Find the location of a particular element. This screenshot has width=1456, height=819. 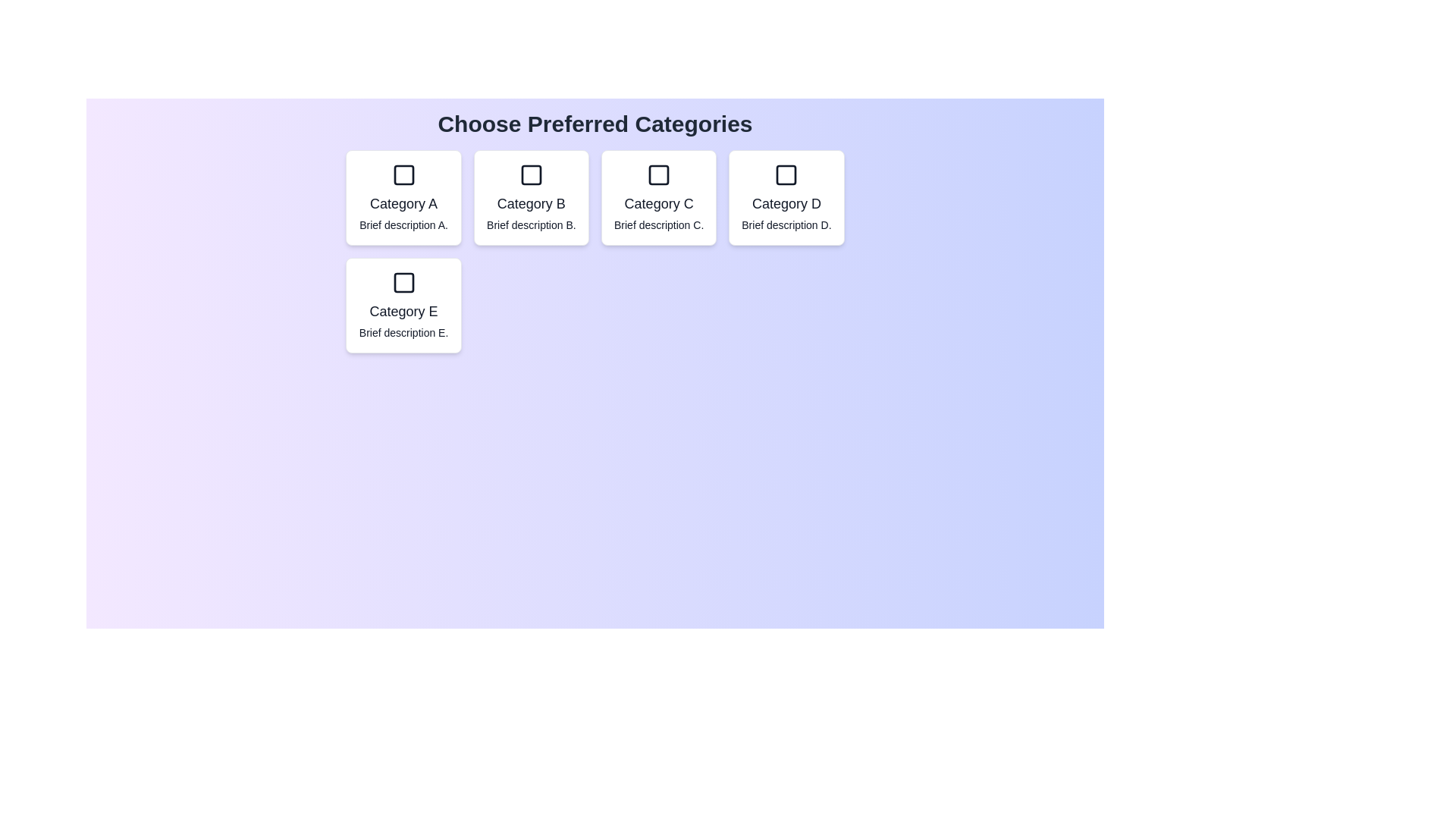

the header text 'Choose Preferred Categories' is located at coordinates (594, 124).